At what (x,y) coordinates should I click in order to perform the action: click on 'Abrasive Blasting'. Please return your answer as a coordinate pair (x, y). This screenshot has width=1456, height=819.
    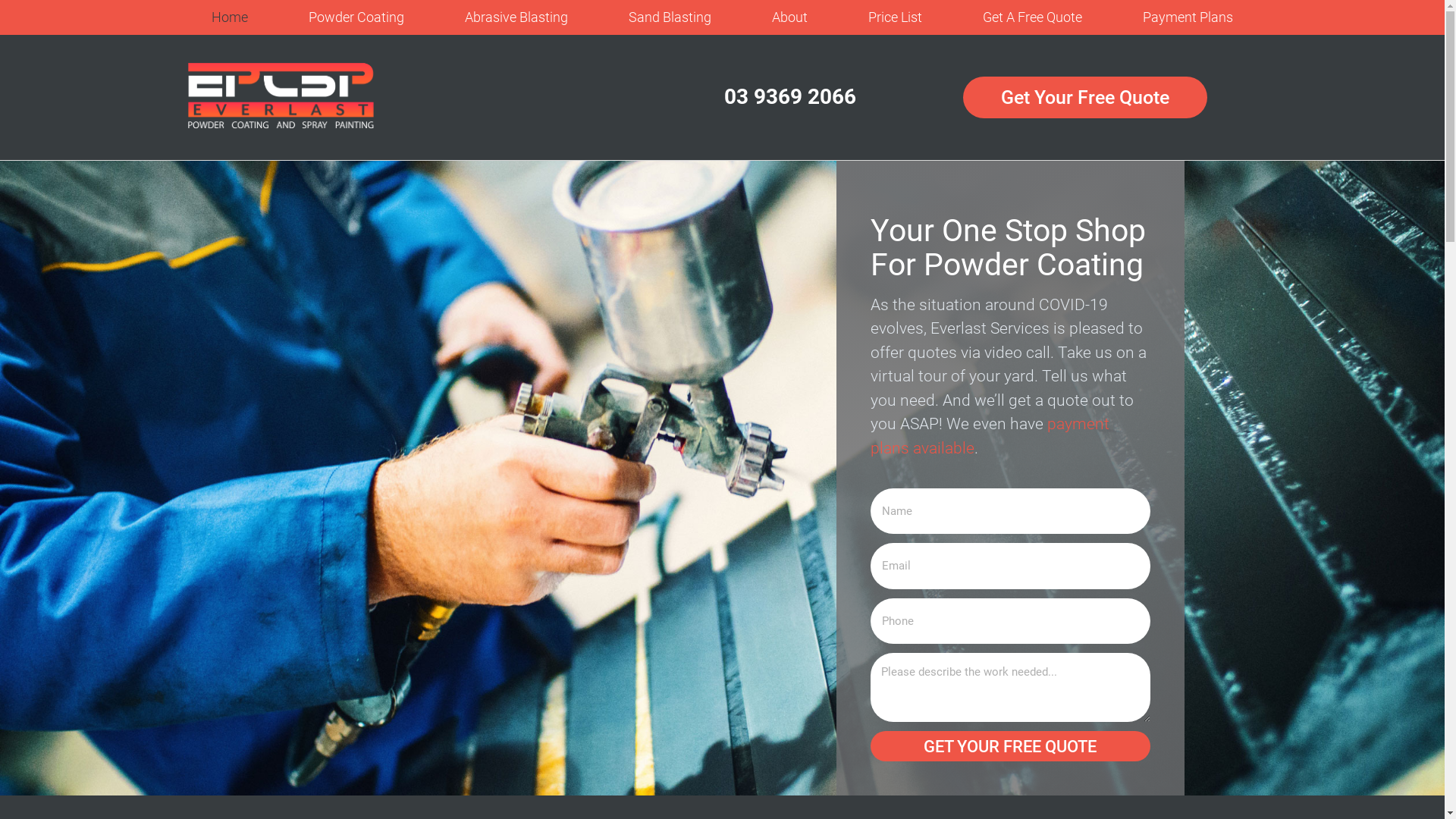
    Looking at the image, I should click on (433, 17).